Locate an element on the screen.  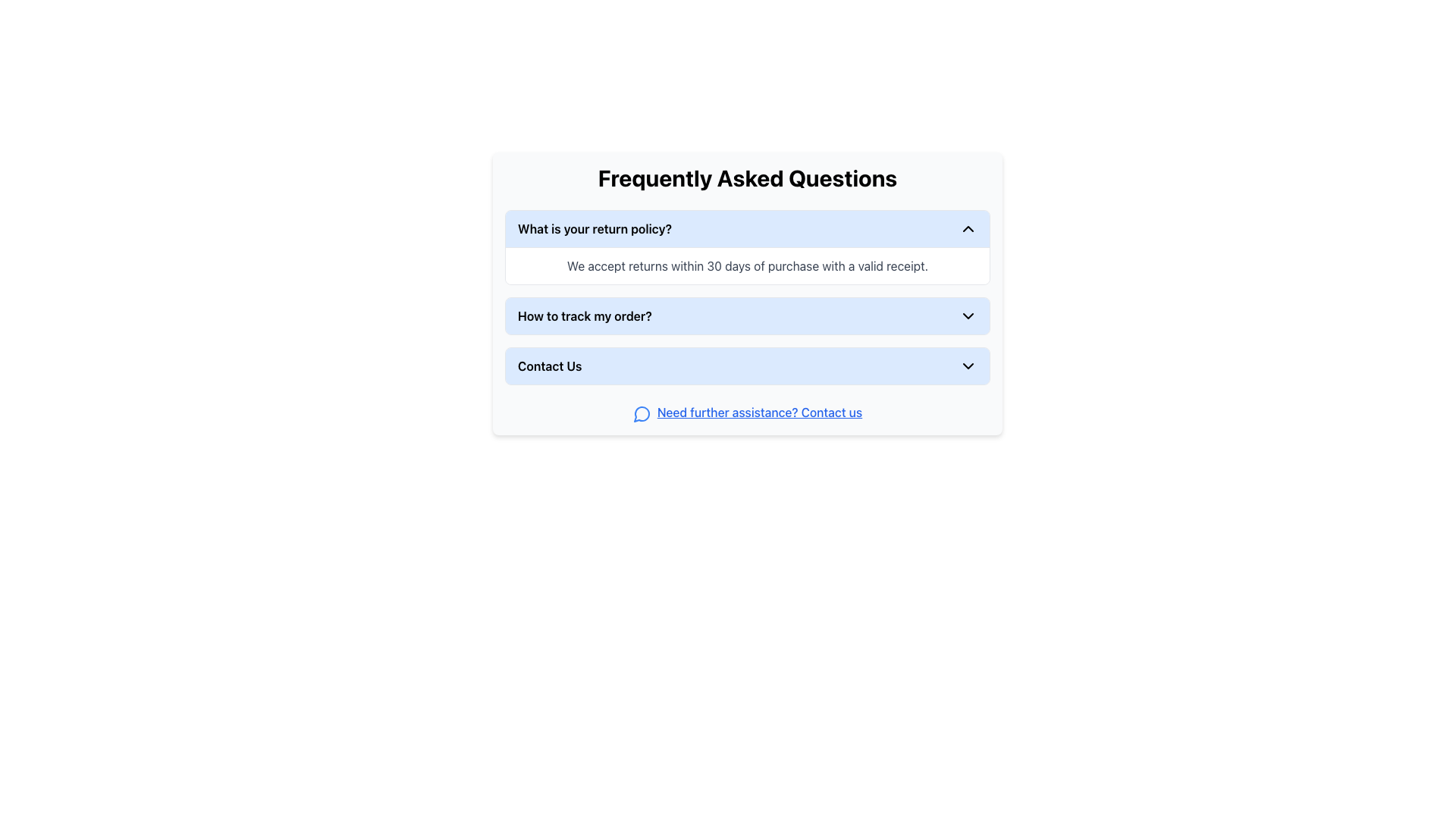
the 'Contact Us' button in the FAQ section to trigger a visual highlight or tooltip is located at coordinates (747, 366).